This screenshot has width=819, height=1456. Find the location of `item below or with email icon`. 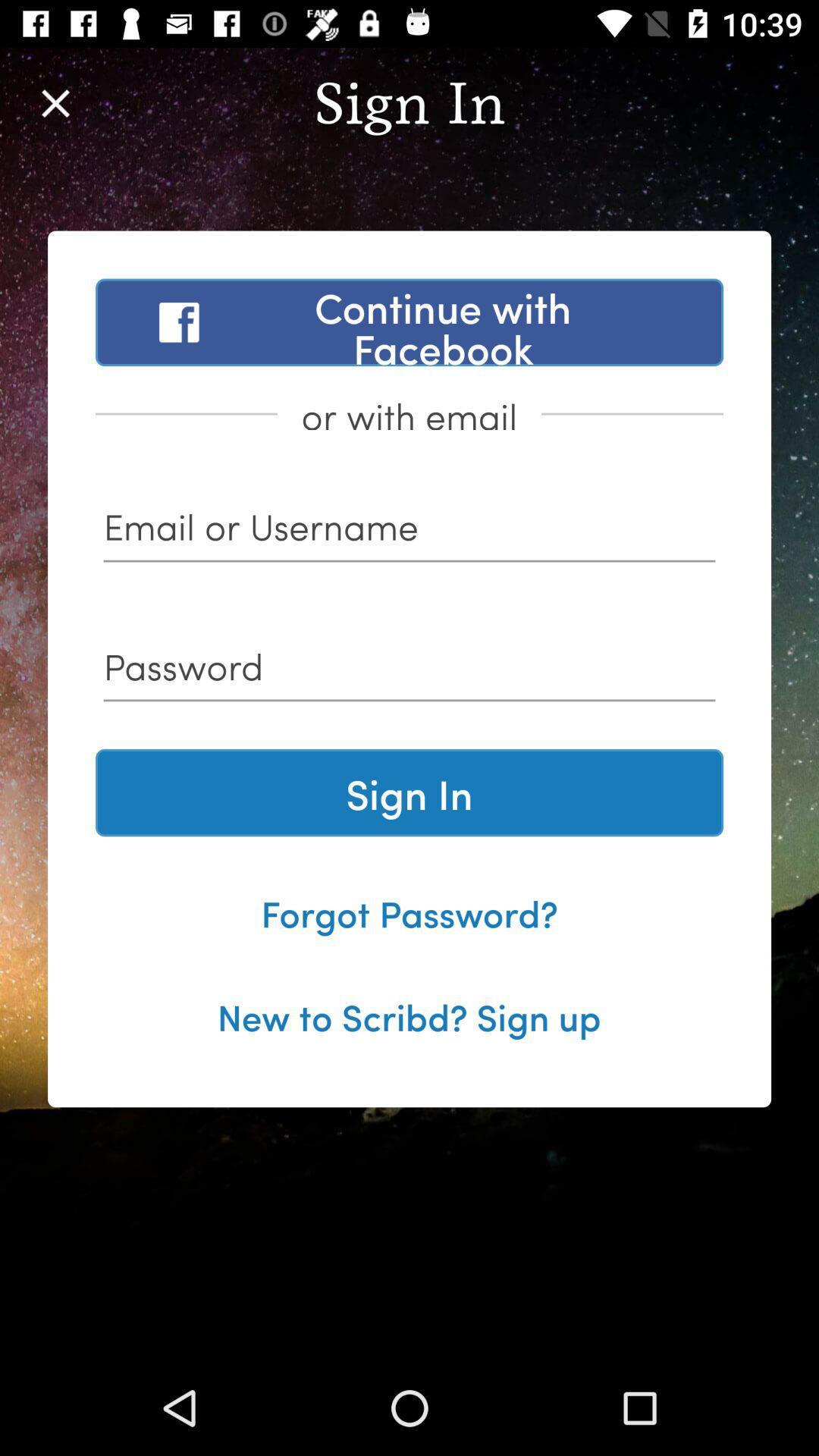

item below or with email icon is located at coordinates (409, 532).